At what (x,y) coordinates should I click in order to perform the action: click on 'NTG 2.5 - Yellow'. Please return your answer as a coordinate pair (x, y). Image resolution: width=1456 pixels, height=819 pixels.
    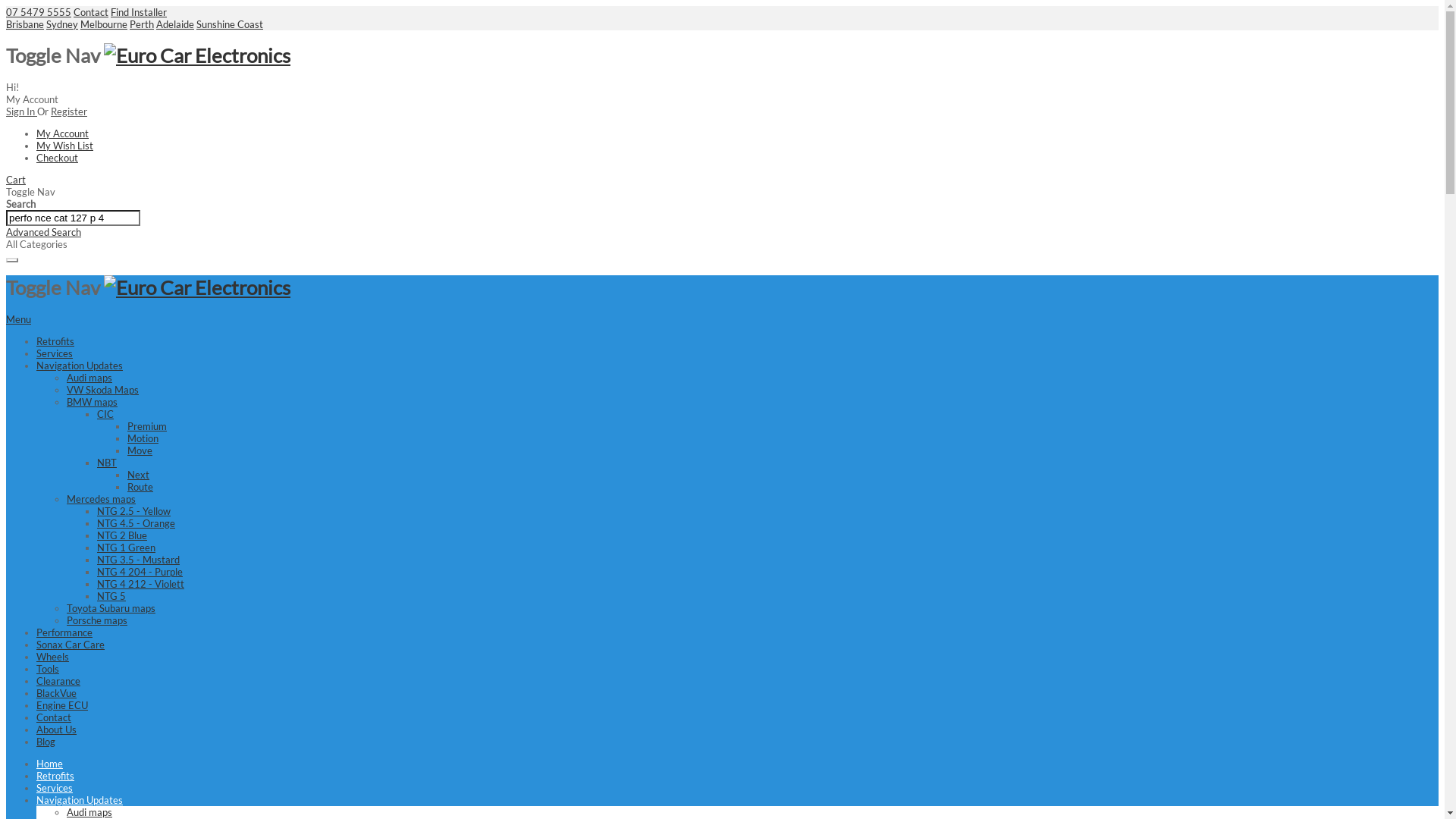
    Looking at the image, I should click on (133, 511).